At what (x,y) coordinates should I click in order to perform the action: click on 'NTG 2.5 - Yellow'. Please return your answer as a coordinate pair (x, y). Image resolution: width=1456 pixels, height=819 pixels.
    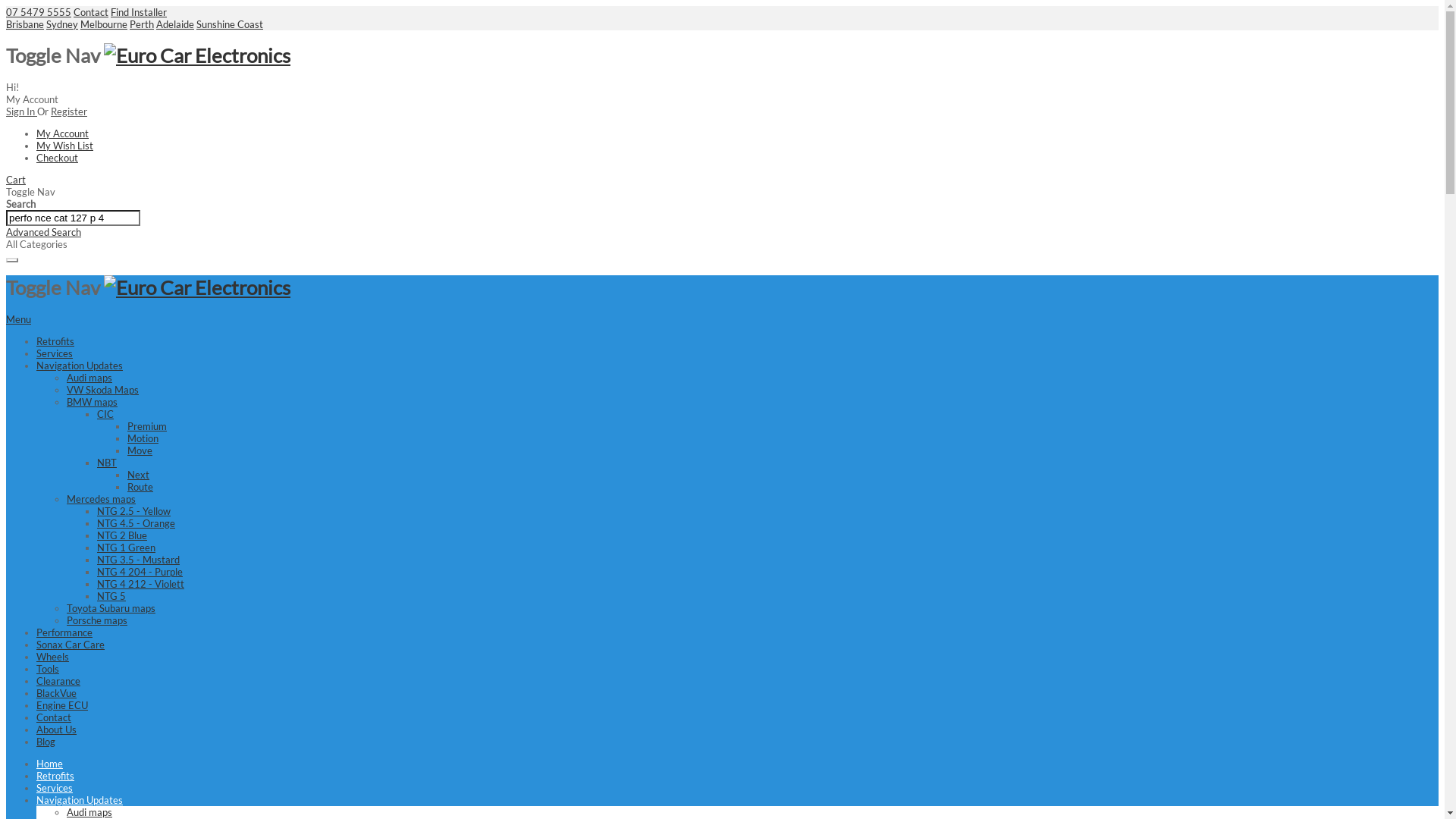
    Looking at the image, I should click on (133, 511).